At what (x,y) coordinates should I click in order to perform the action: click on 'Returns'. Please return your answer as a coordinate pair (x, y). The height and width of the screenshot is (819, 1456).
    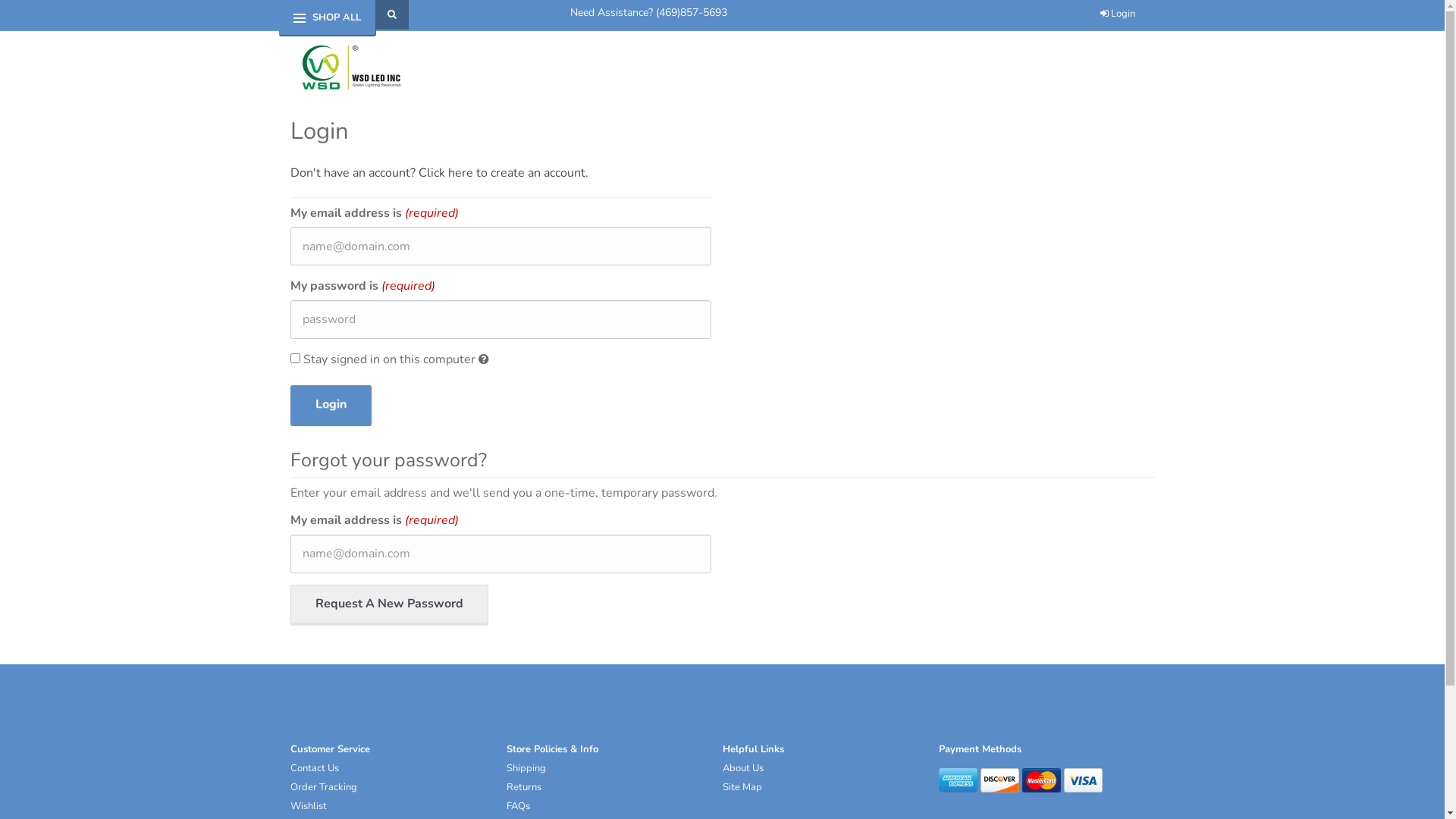
    Looking at the image, I should click on (524, 786).